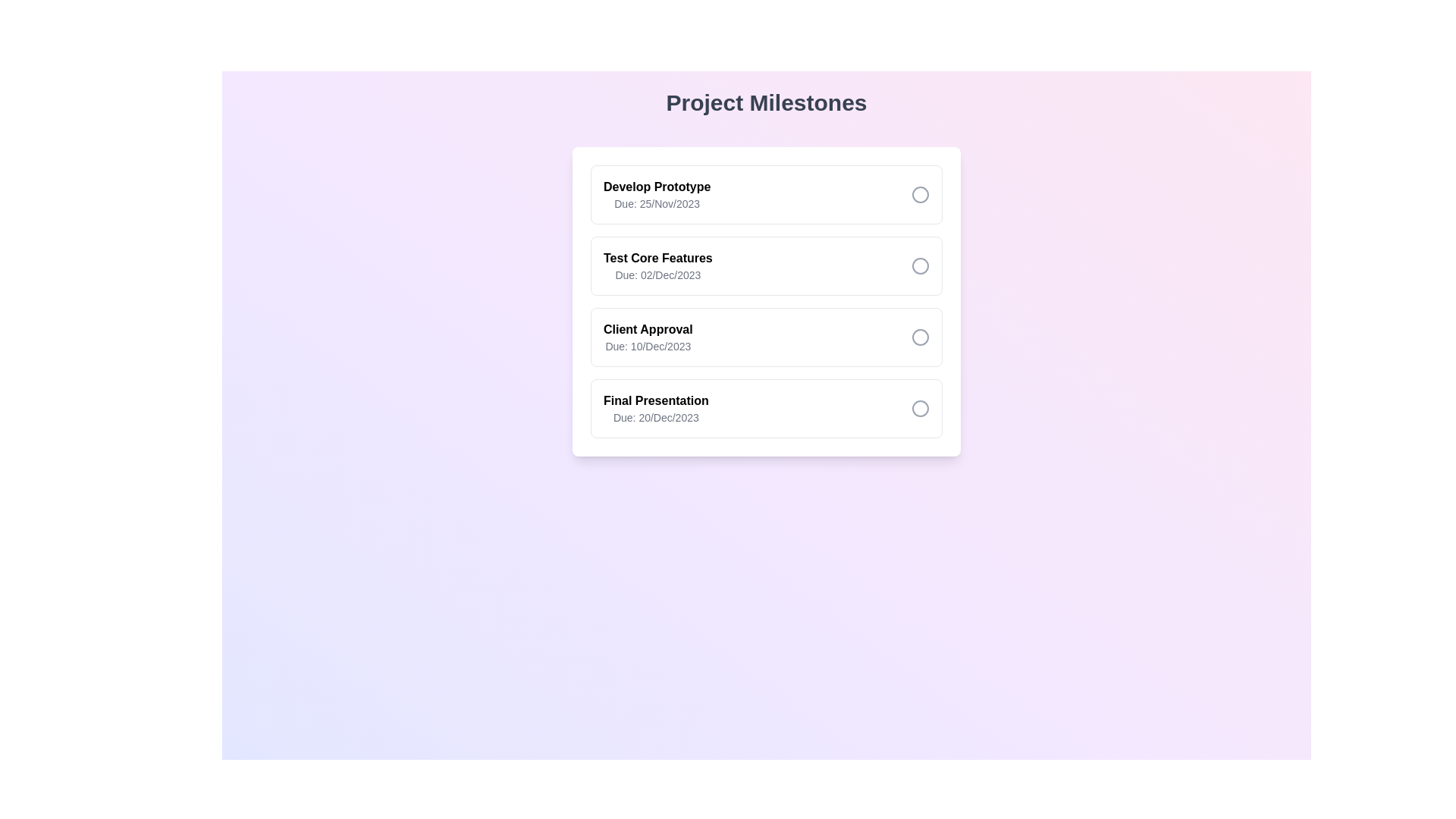 The width and height of the screenshot is (1456, 819). I want to click on the task to view its details, so click(656, 194).